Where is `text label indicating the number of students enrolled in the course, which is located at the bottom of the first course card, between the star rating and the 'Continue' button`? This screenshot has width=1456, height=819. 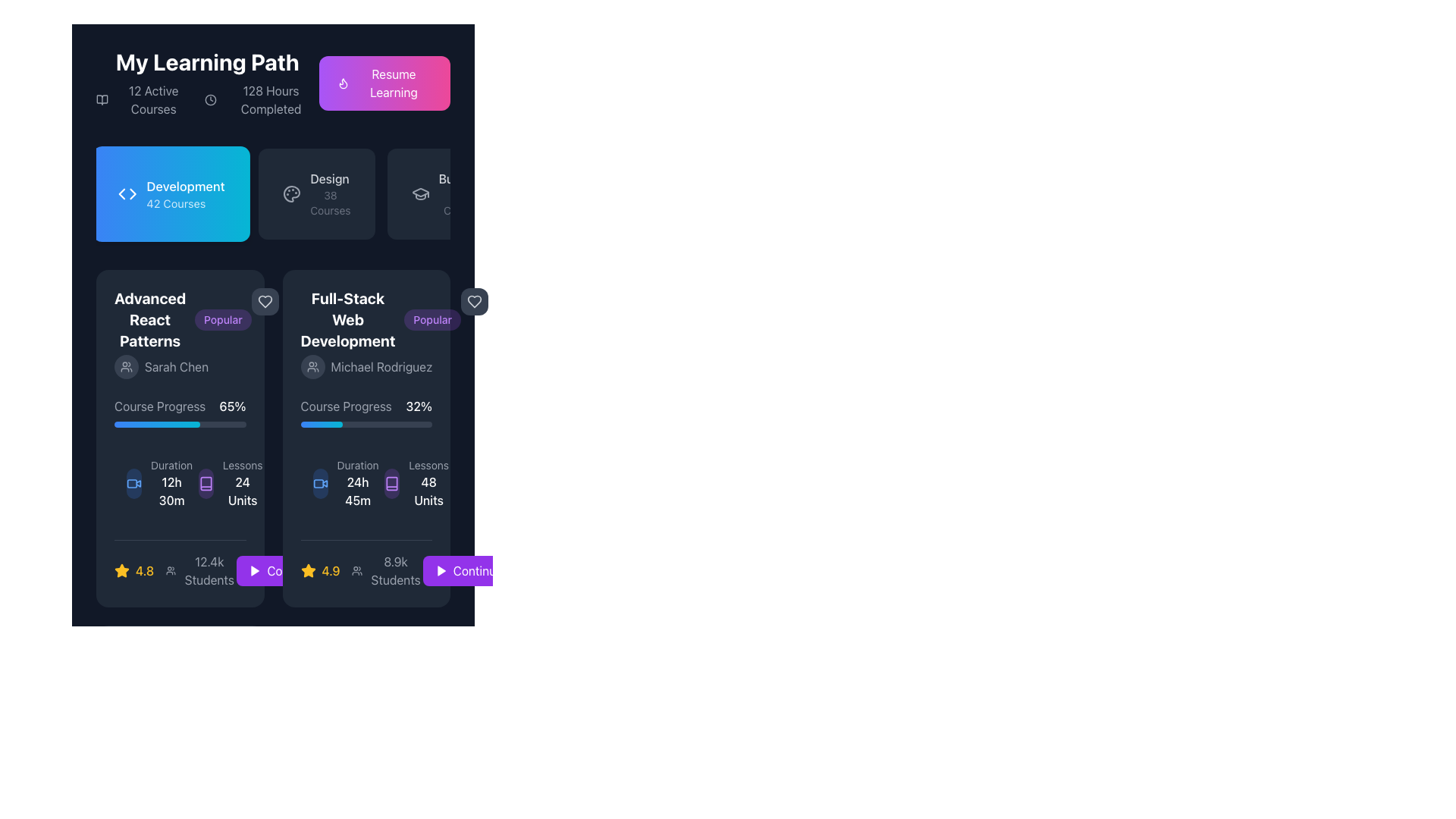
text label indicating the number of students enrolled in the course, which is located at the bottom of the first course card, between the star rating and the 'Continue' button is located at coordinates (200, 570).